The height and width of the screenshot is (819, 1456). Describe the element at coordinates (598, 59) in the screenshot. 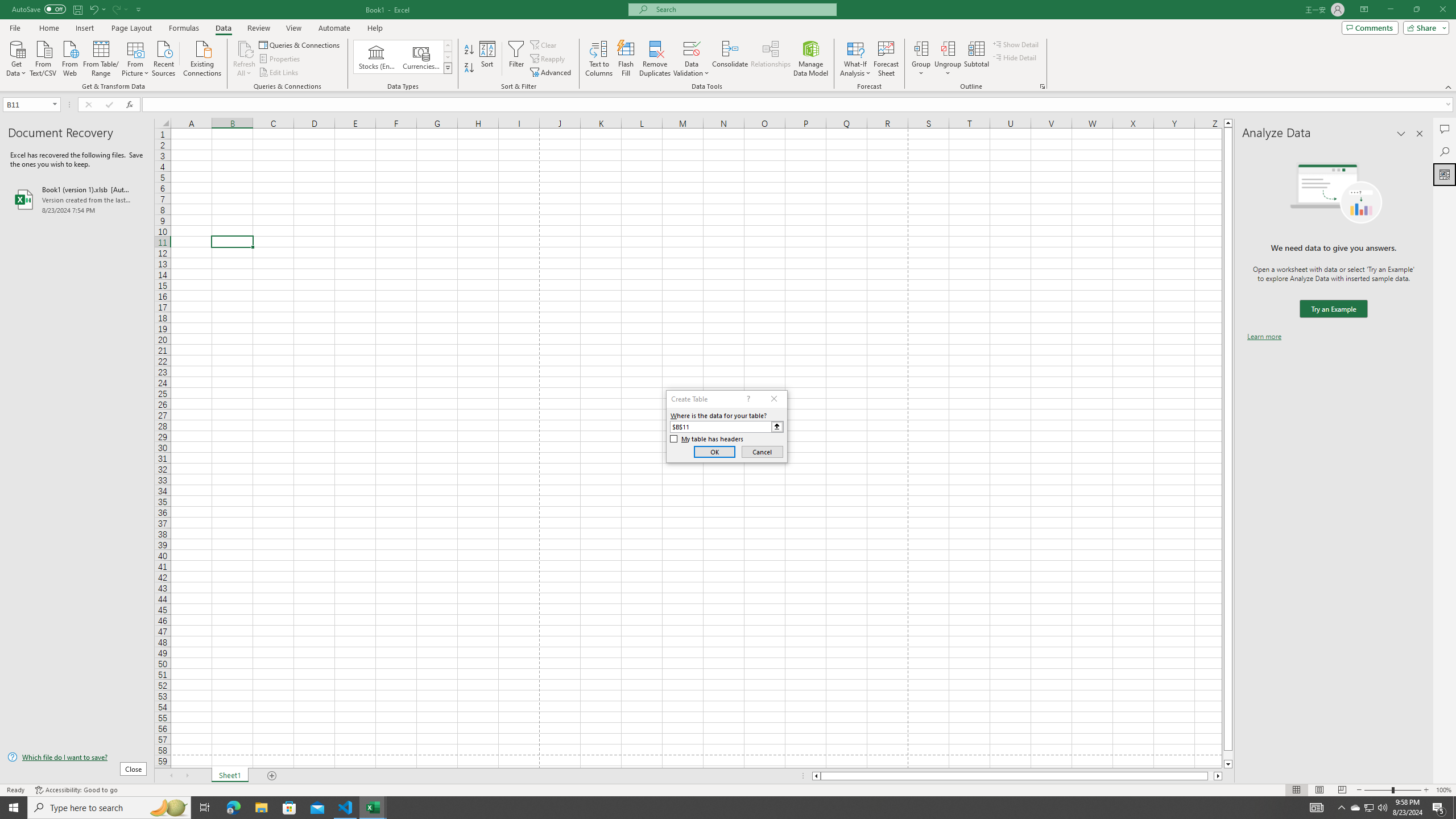

I see `'Text to Columns...'` at that location.